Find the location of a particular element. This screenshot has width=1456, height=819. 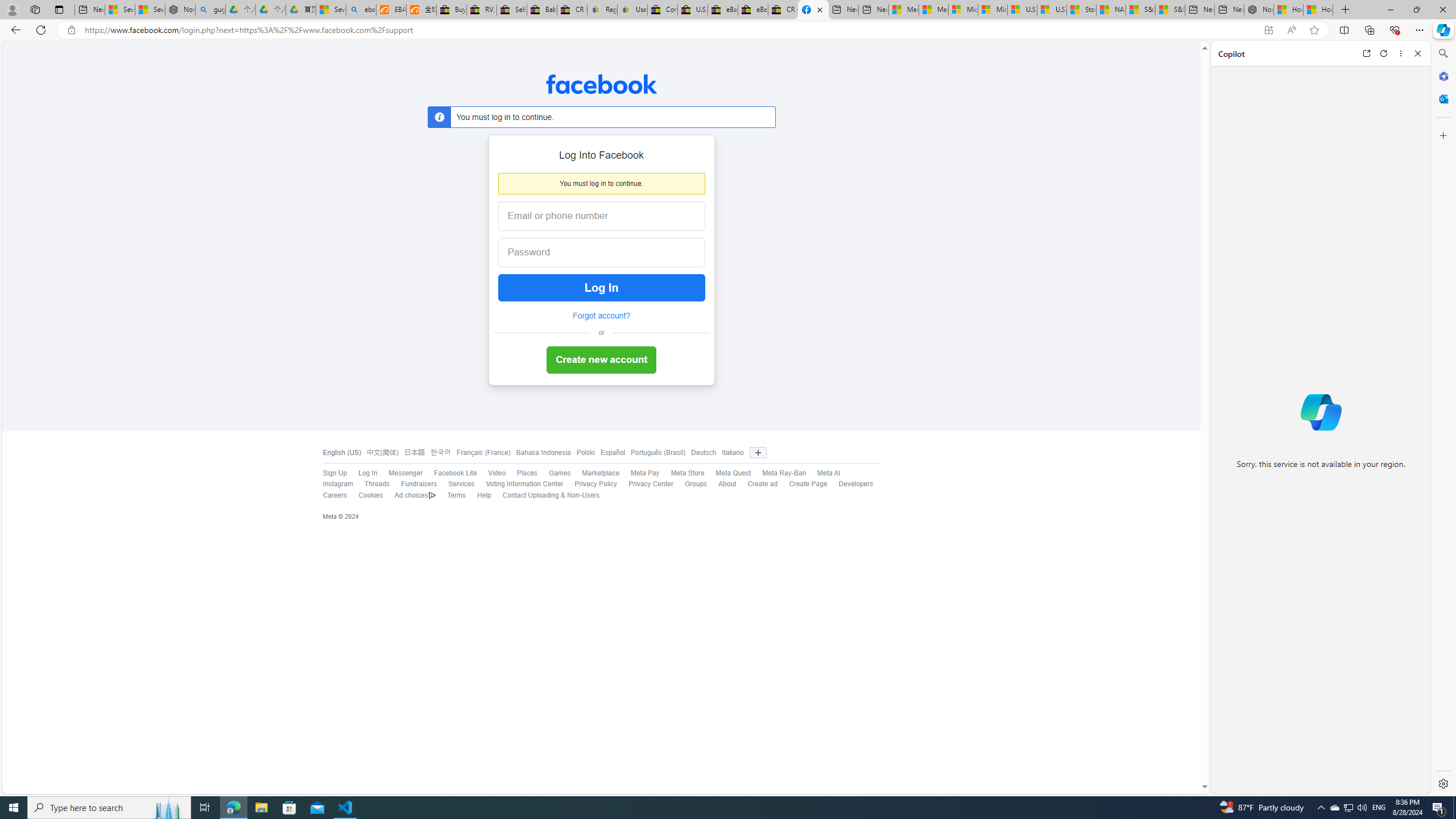

'Privacy Center' is located at coordinates (651, 483).